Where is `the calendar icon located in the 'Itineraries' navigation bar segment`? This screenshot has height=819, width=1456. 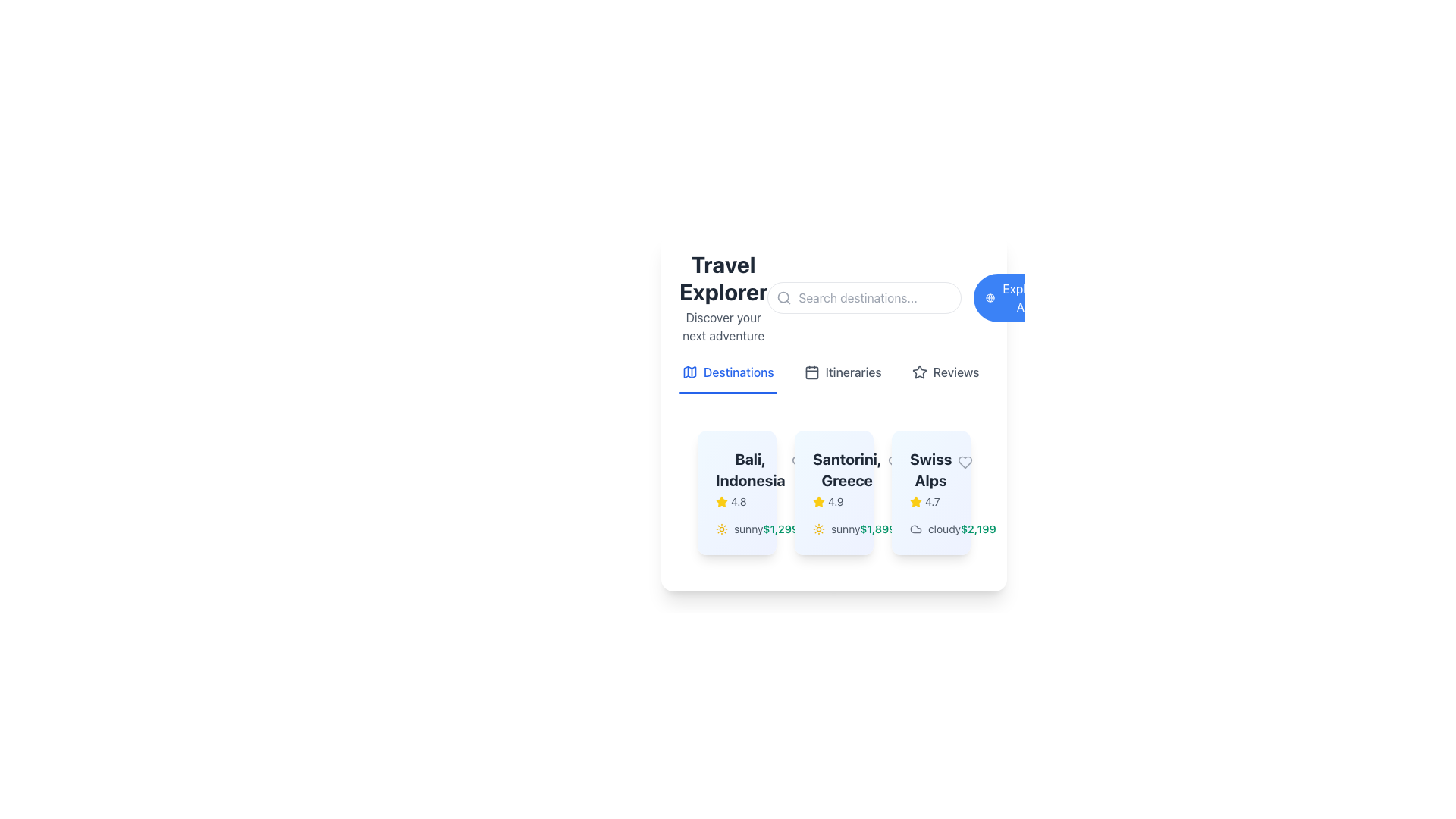 the calendar icon located in the 'Itineraries' navigation bar segment is located at coordinates (811, 372).